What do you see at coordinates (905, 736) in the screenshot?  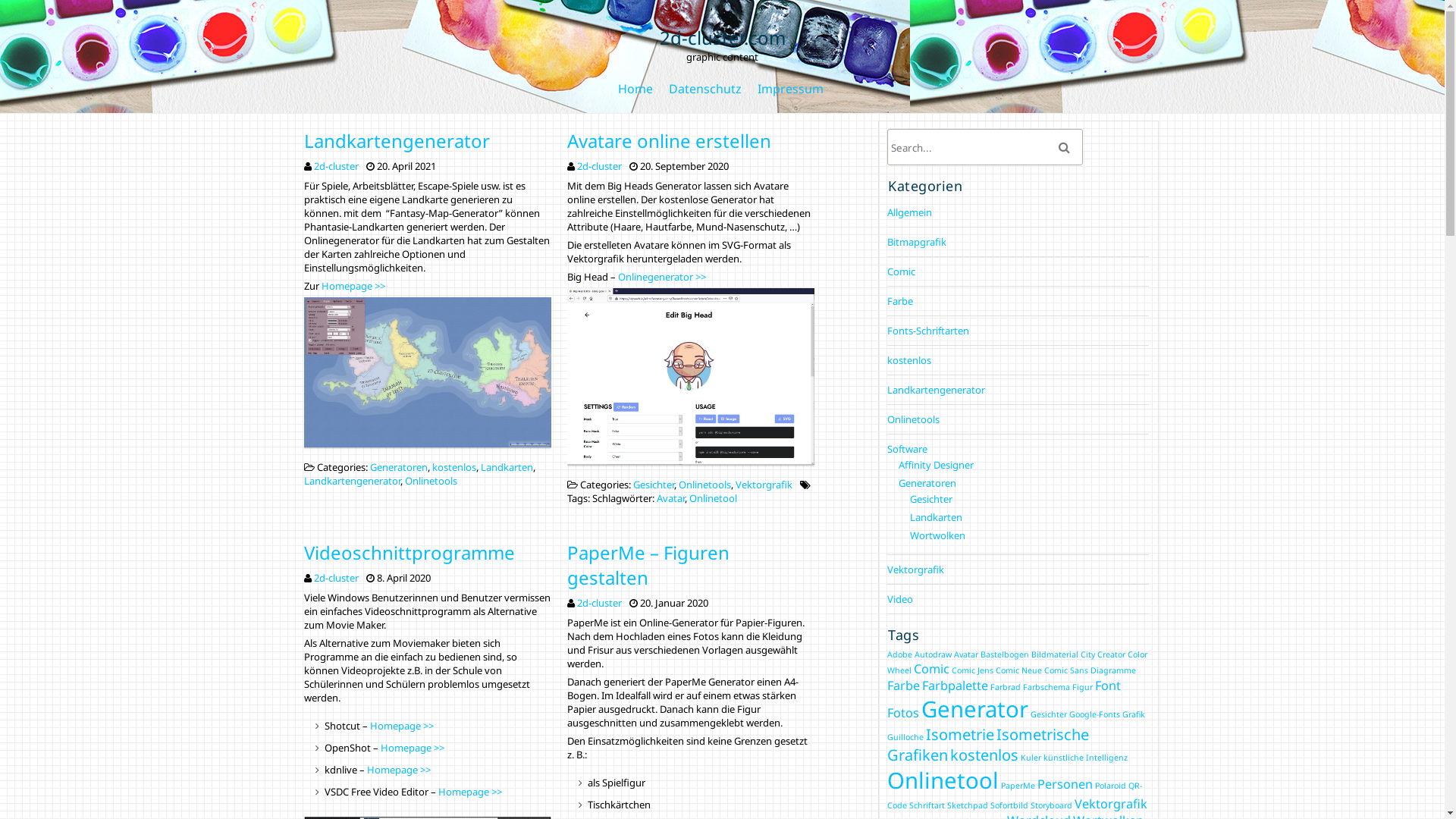 I see `'Guilloche'` at bounding box center [905, 736].